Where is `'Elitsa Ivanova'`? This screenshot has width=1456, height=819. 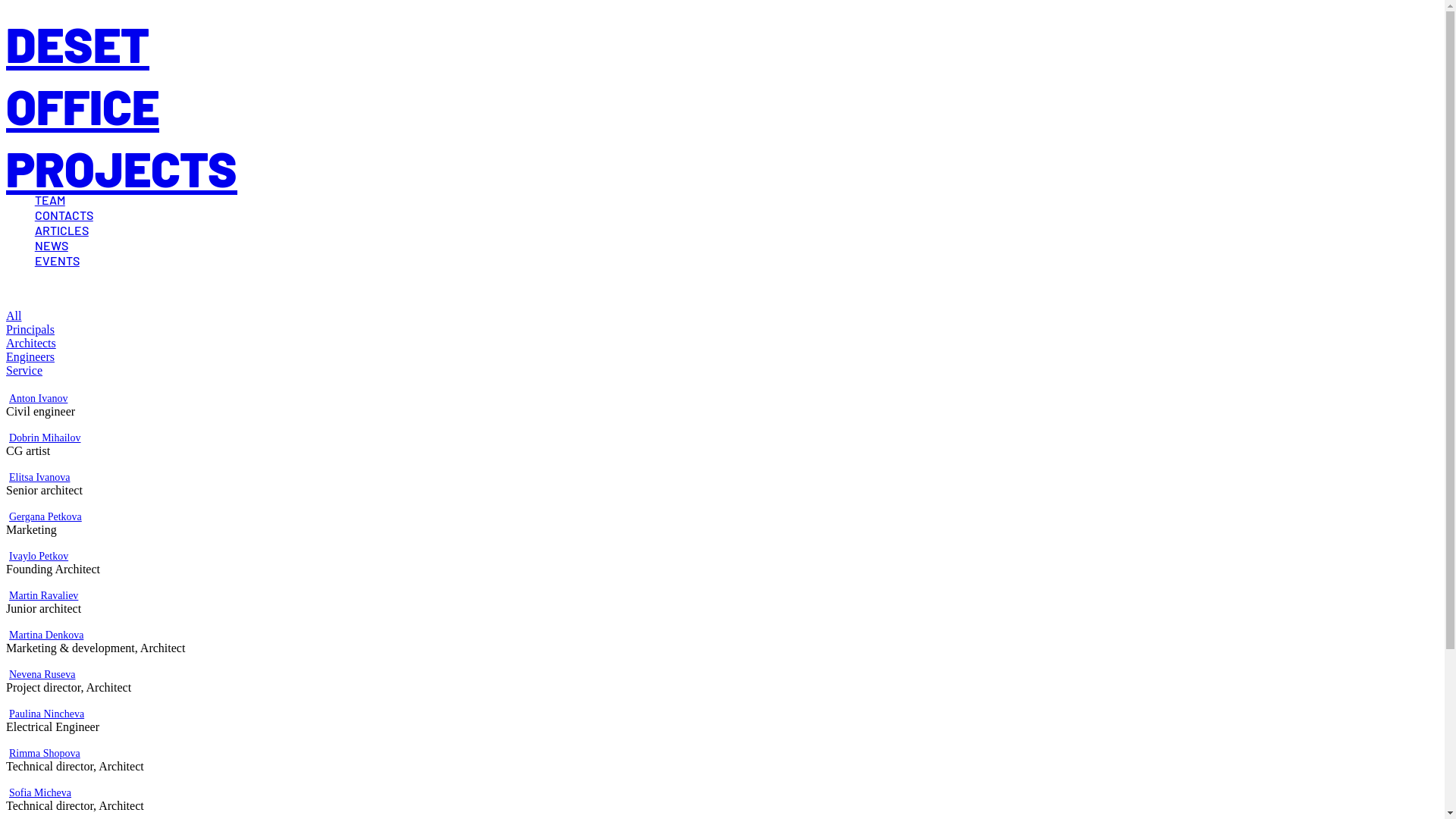 'Elitsa Ivanova' is located at coordinates (39, 476).